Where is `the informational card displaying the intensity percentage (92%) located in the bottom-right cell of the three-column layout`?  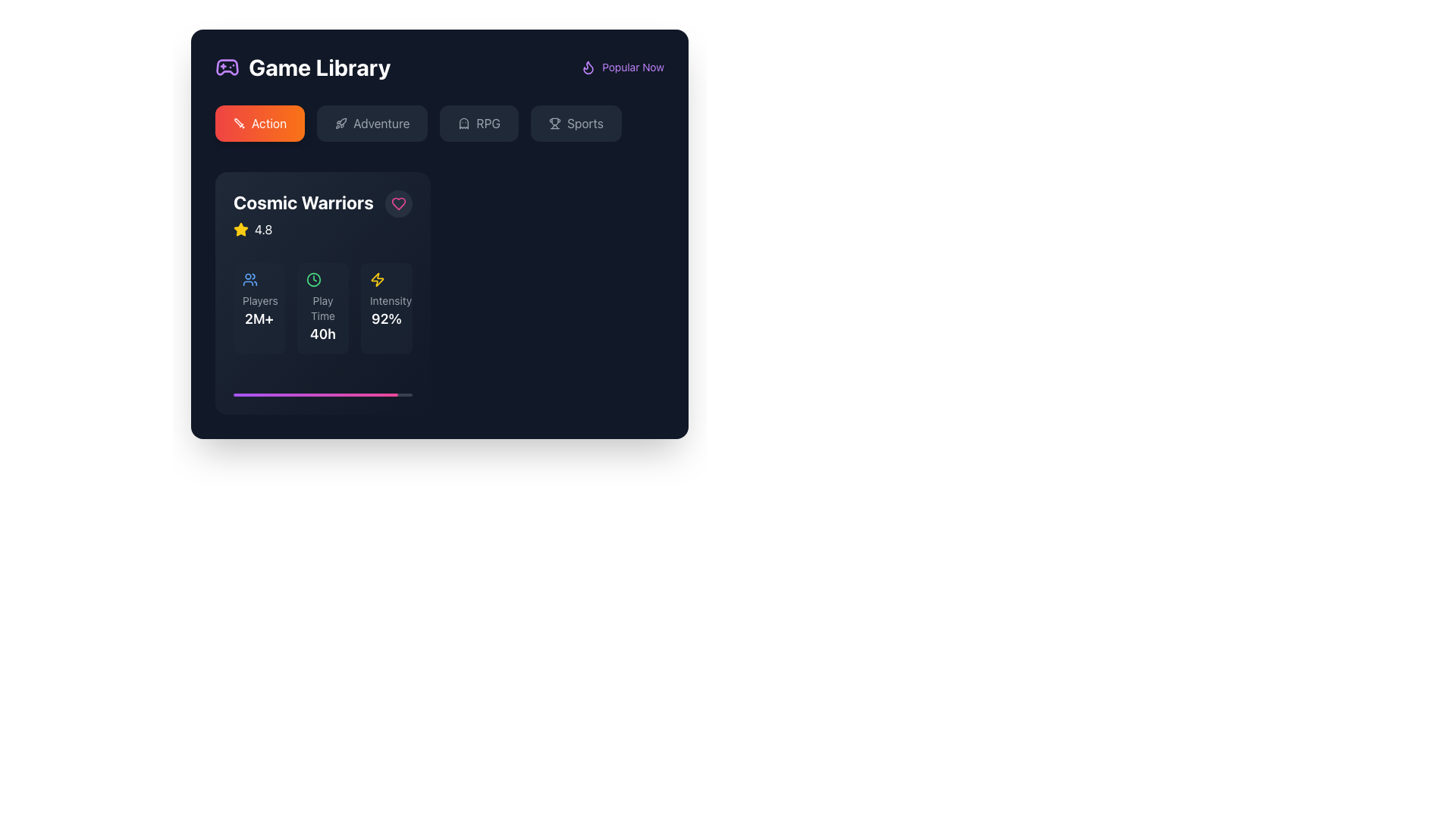 the informational card displaying the intensity percentage (92%) located in the bottom-right cell of the three-column layout is located at coordinates (386, 308).